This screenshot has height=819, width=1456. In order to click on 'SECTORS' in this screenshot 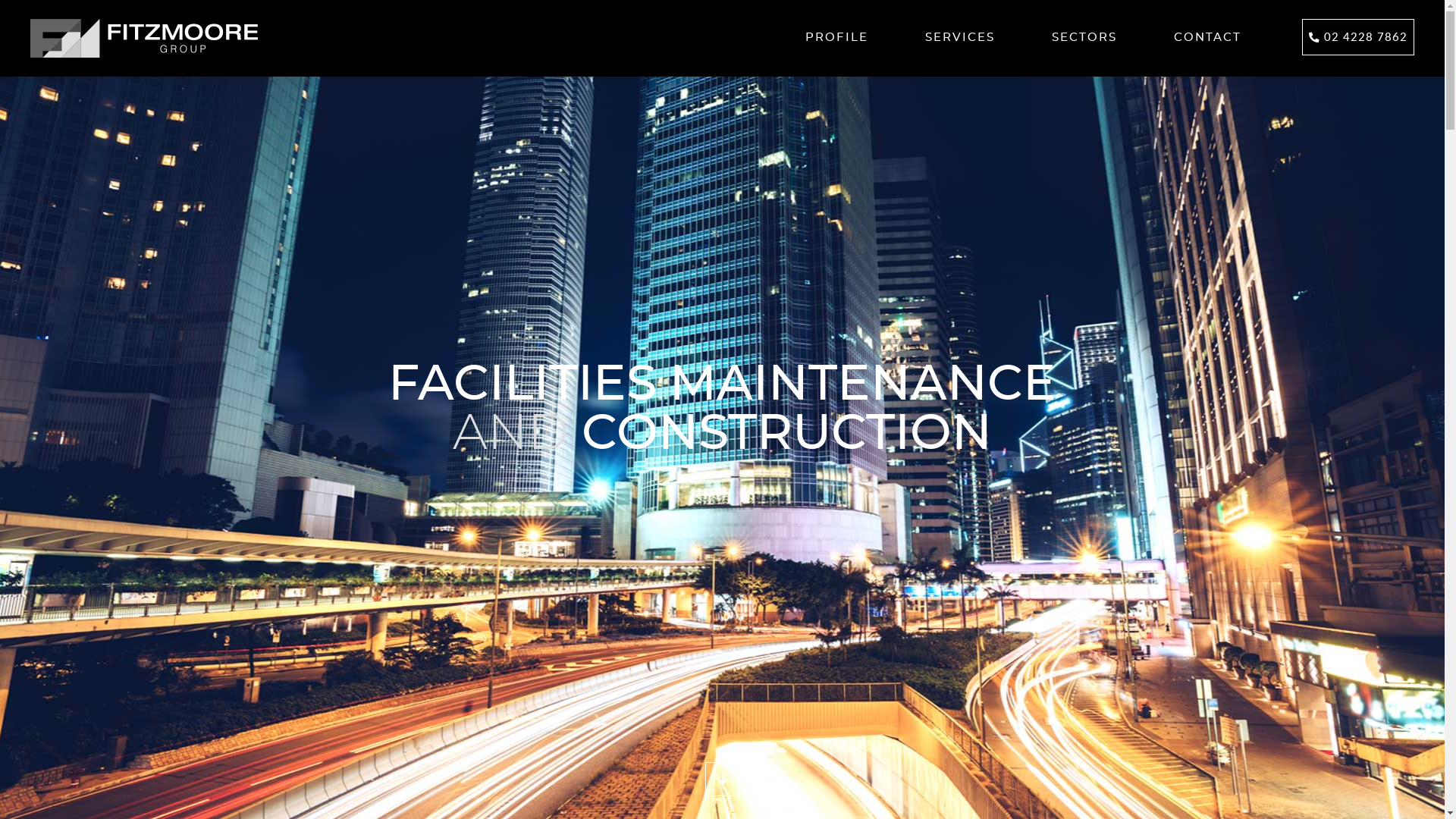, I will do `click(1084, 36)`.